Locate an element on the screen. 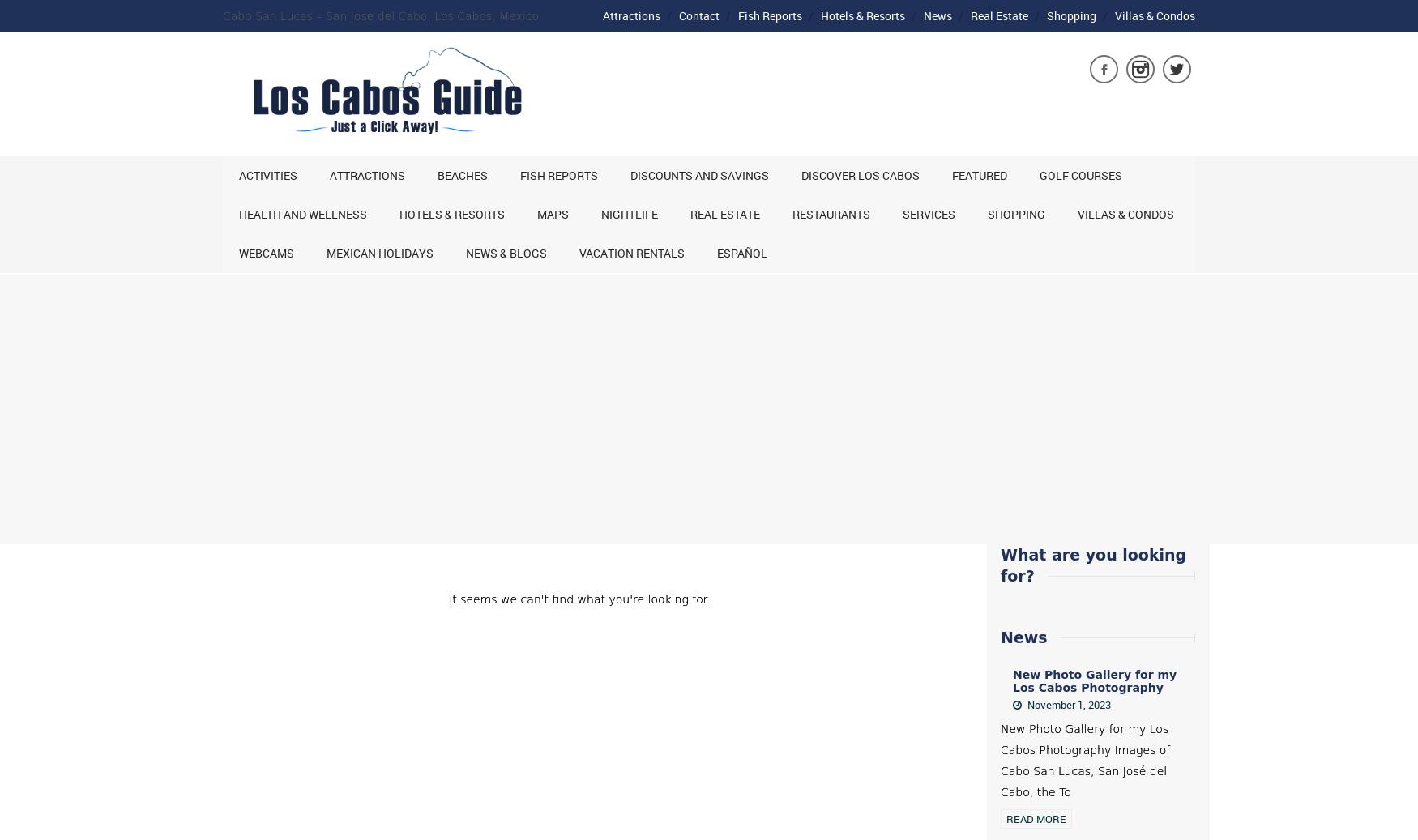  'Villas & Condos' is located at coordinates (1125, 213).